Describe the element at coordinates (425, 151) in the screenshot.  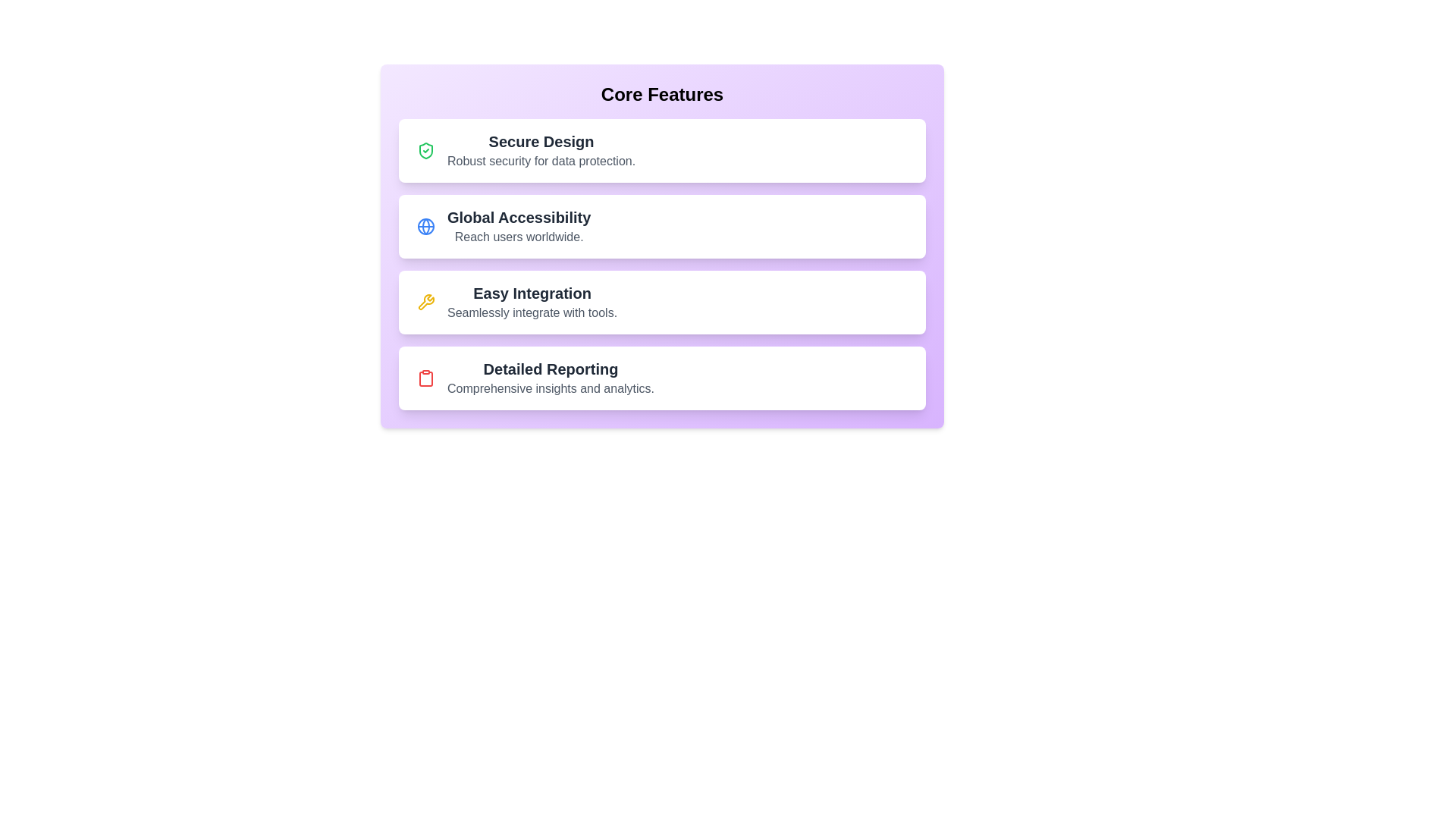
I see `the icon for Secure Design to display additional information` at that location.